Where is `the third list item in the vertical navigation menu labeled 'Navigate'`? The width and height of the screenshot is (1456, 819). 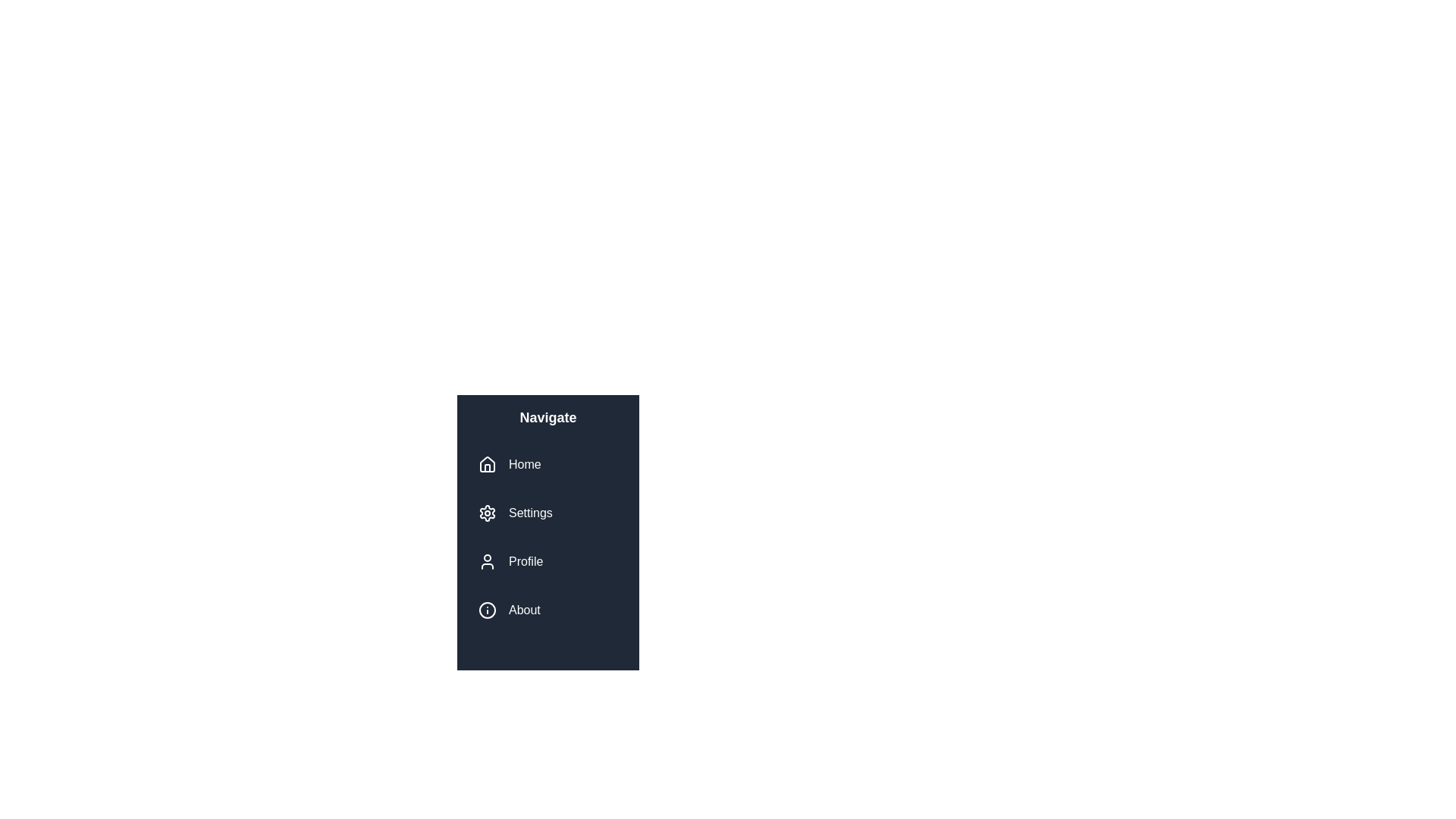
the third list item in the vertical navigation menu labeled 'Navigate' is located at coordinates (548, 561).